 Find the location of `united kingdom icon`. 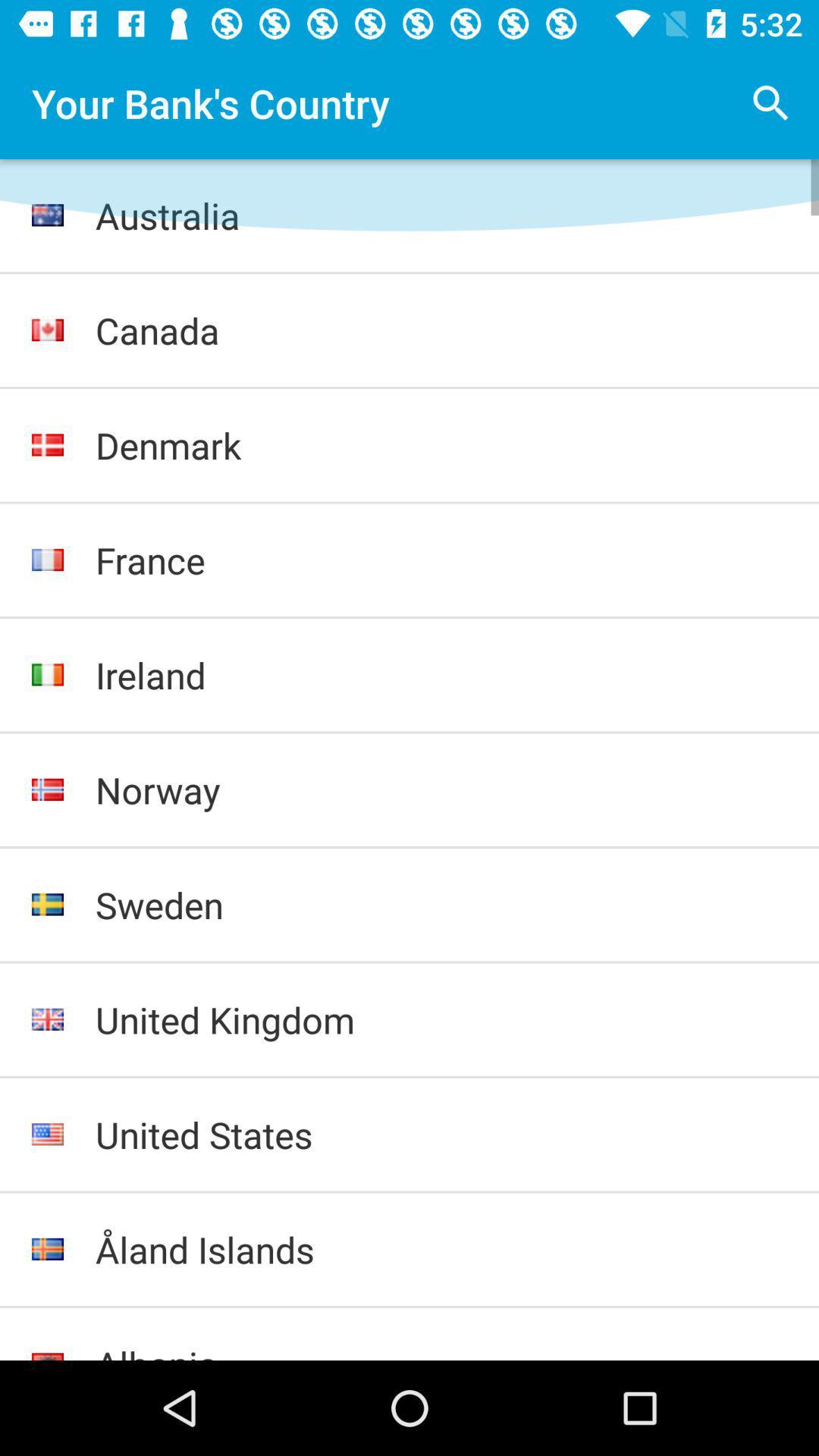

united kingdom icon is located at coordinates (441, 1019).